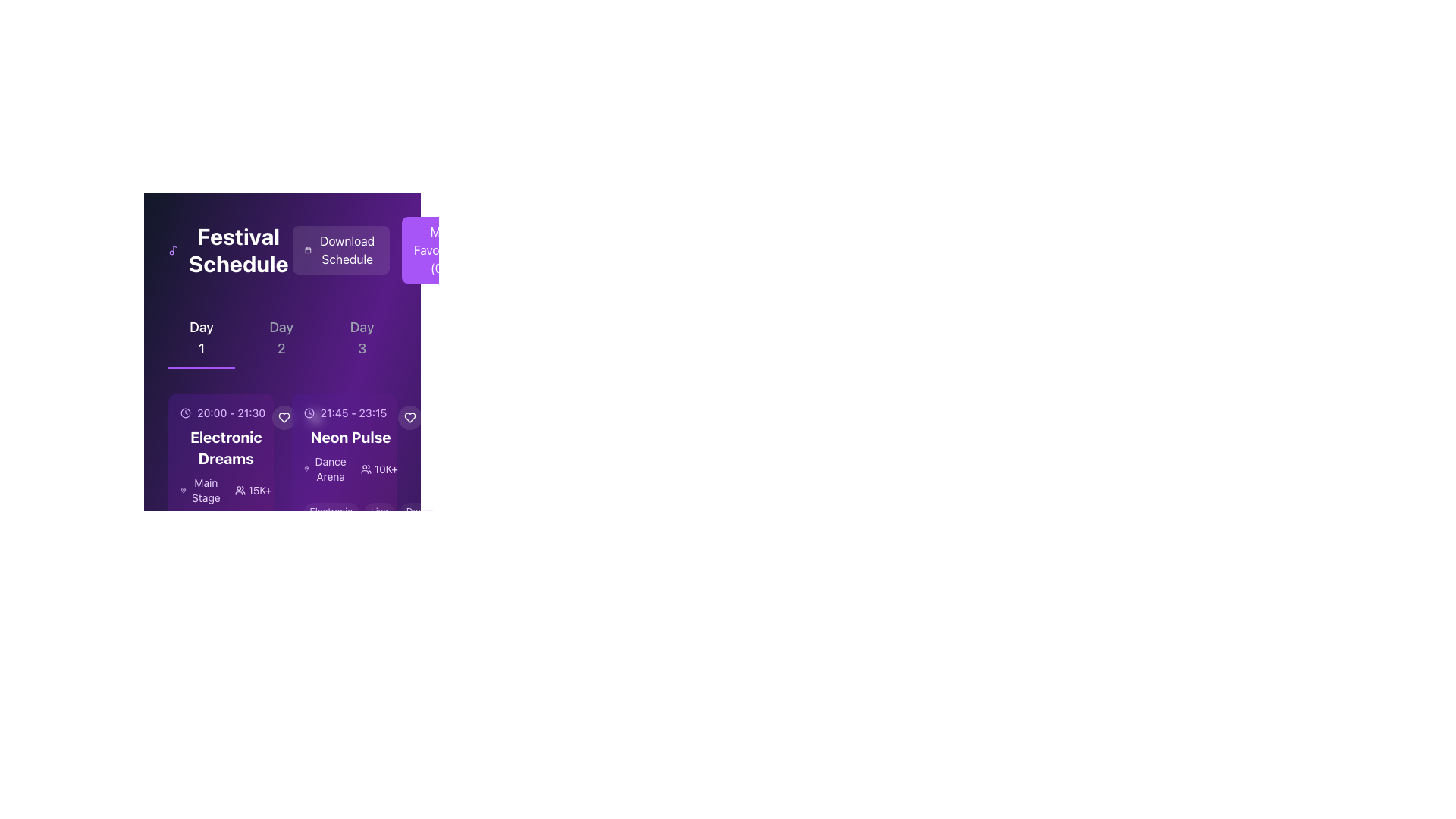 The height and width of the screenshot is (819, 1456). I want to click on the interactive circular button for sharing the 'Neon Pulse' schedule entry from its position in the second entry card under 'Day 1', so click(313, 418).